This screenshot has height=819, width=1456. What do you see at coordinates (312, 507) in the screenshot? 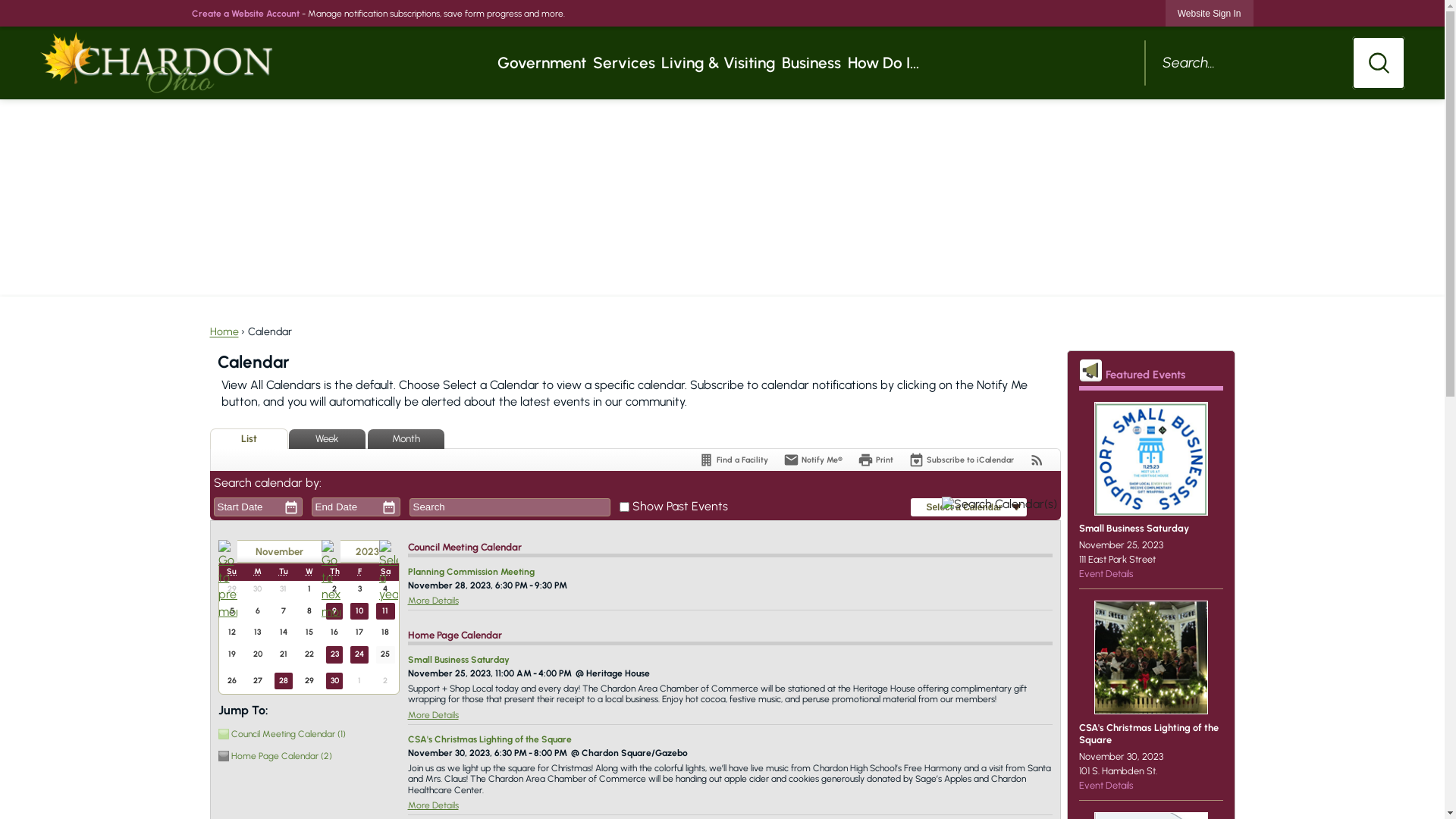
I see `'End Date'` at bounding box center [312, 507].